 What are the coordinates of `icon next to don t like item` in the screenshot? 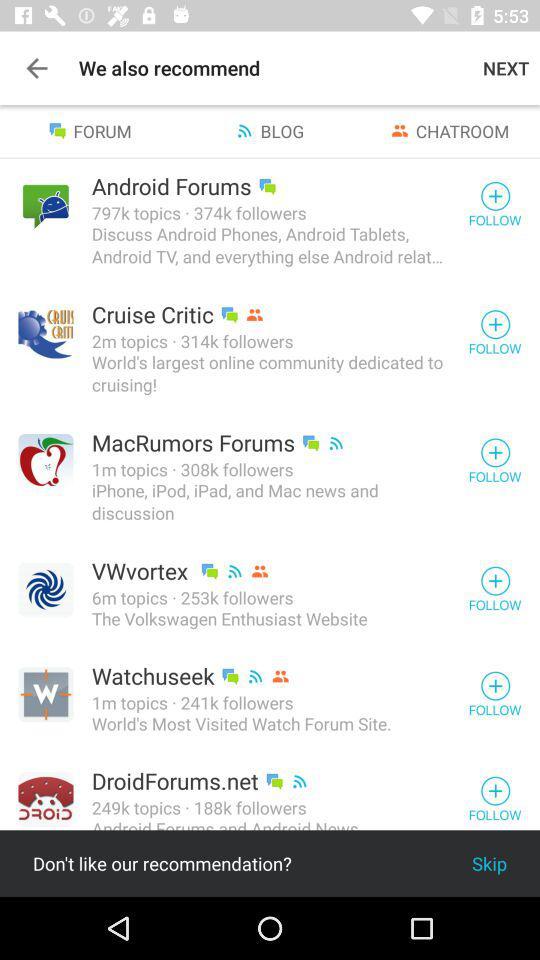 It's located at (488, 862).